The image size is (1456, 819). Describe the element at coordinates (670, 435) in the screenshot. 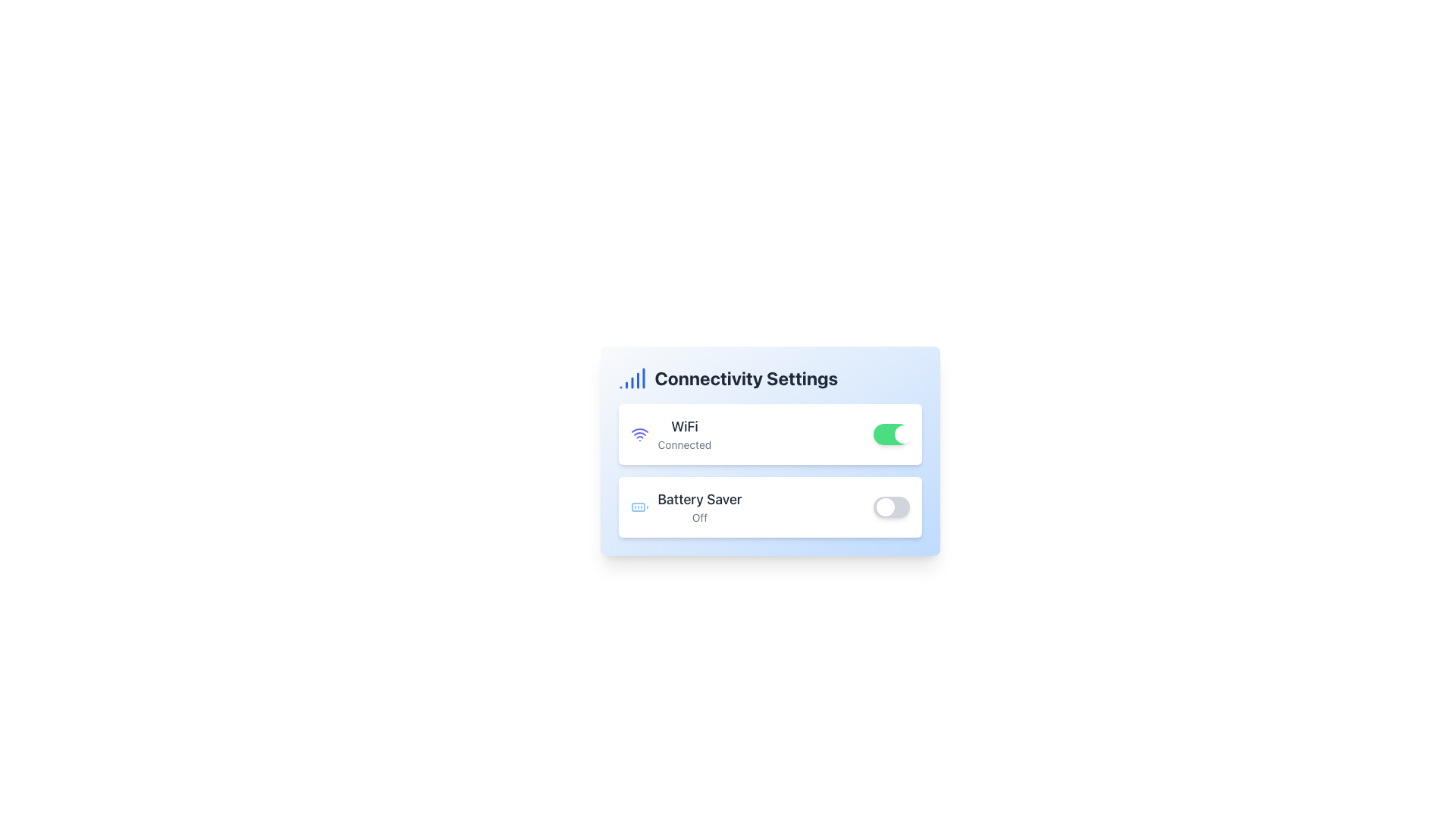

I see `the Status display showing the WiFi icon and text indicating 'WiFi' and 'Connected' in the Connectivity Settings card, positioned to the left of the green toggle switch` at that location.